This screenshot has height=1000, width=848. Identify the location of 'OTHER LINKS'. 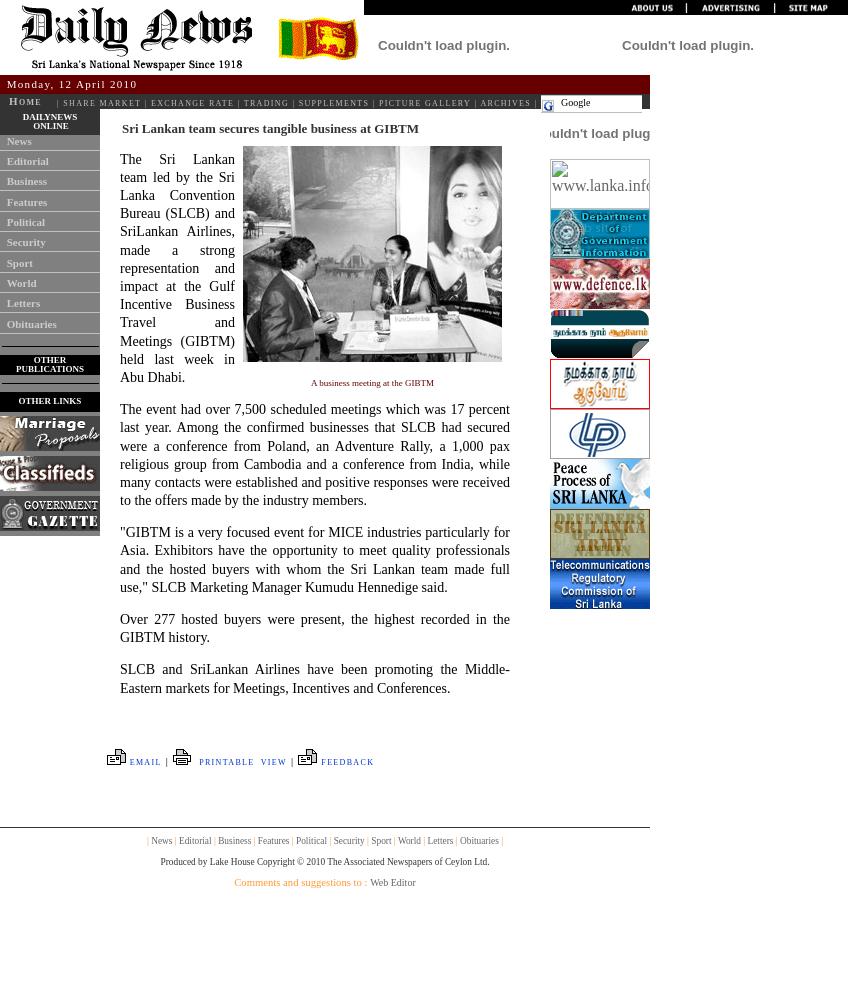
(48, 401).